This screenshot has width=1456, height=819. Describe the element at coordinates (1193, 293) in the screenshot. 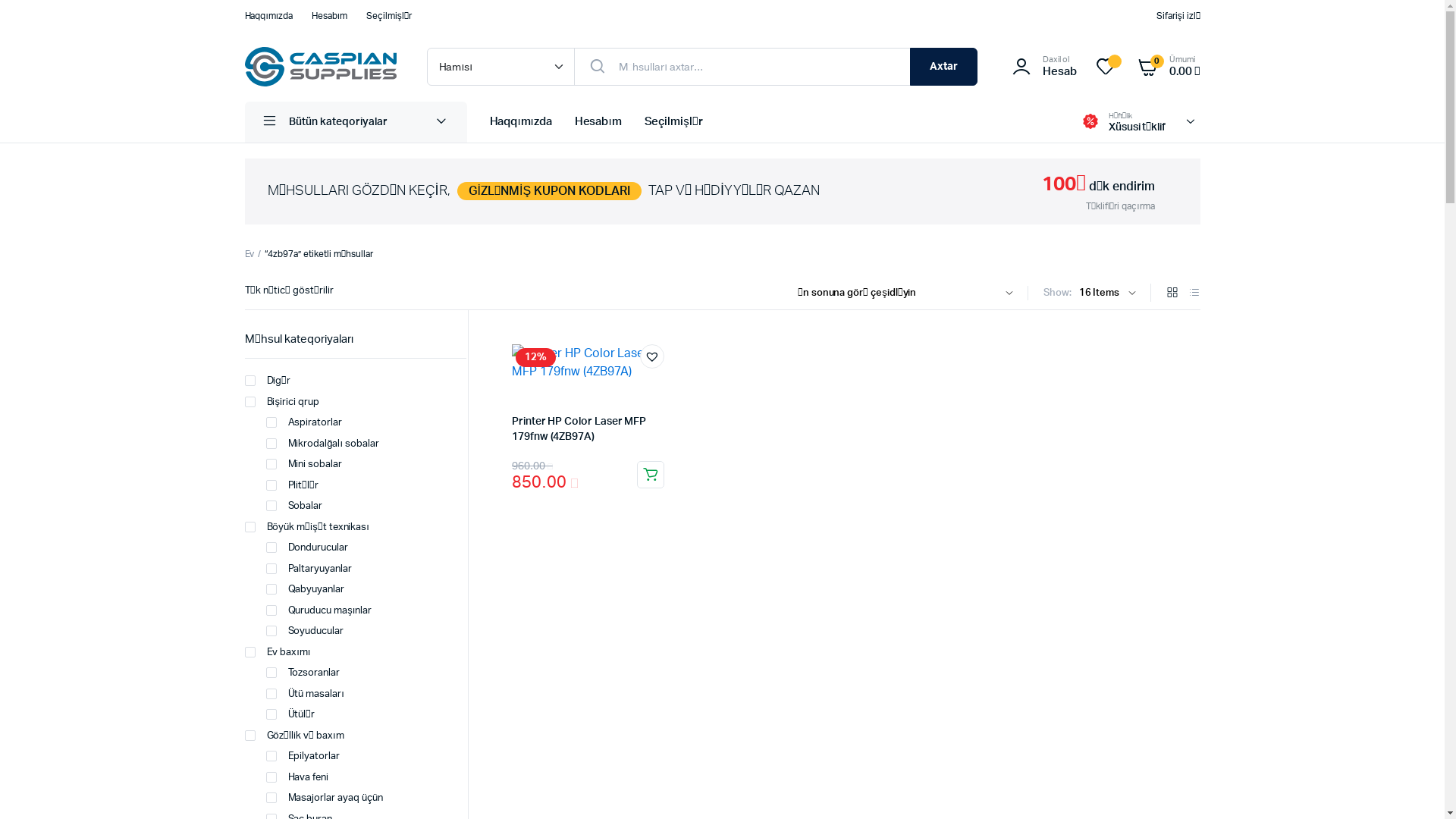

I see `'List Products'` at that location.